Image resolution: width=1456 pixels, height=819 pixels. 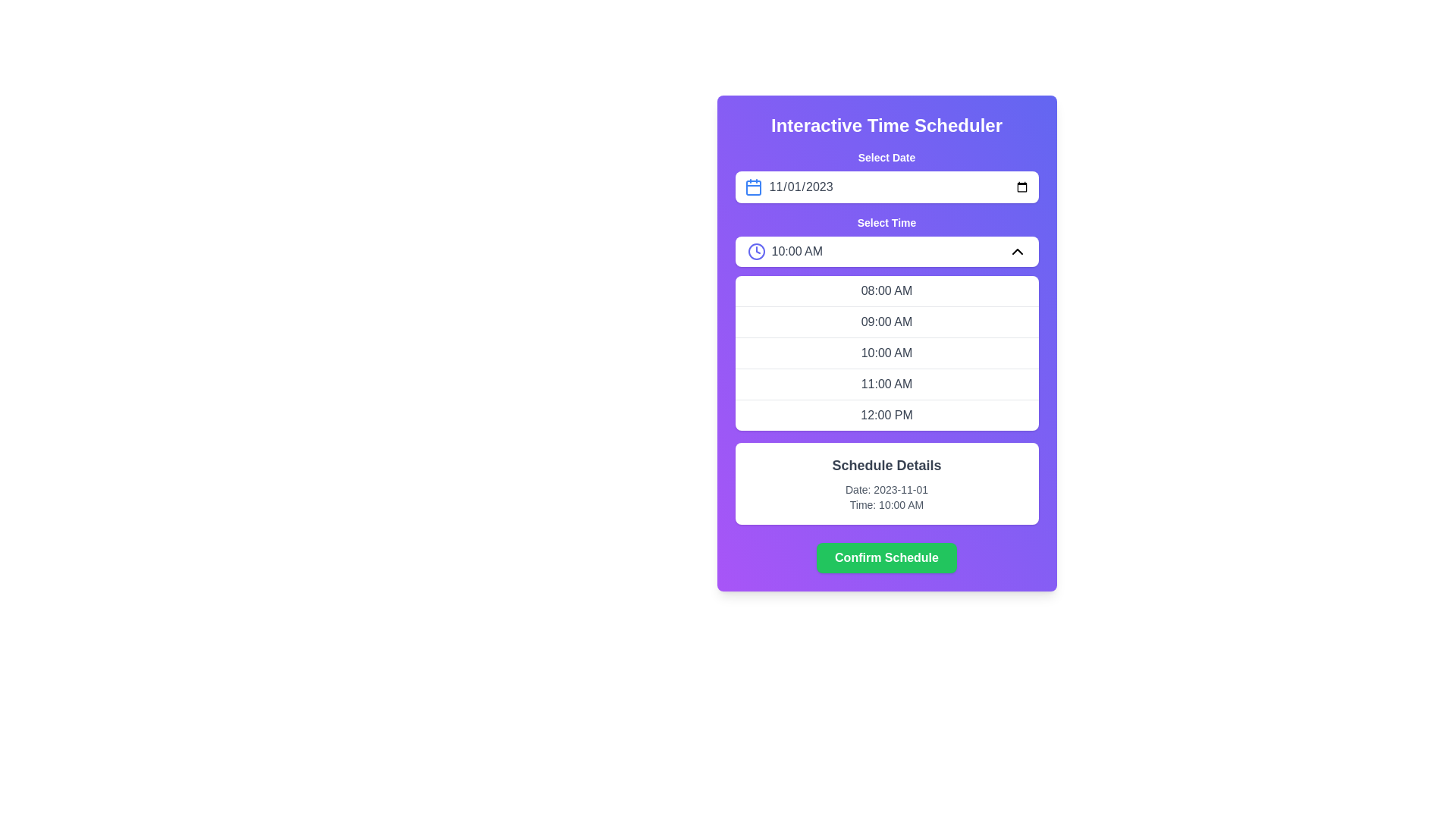 What do you see at coordinates (886, 483) in the screenshot?
I see `text contained in the white, rounded rectangle labeled 'Schedule Details', which includes the date and time information` at bounding box center [886, 483].